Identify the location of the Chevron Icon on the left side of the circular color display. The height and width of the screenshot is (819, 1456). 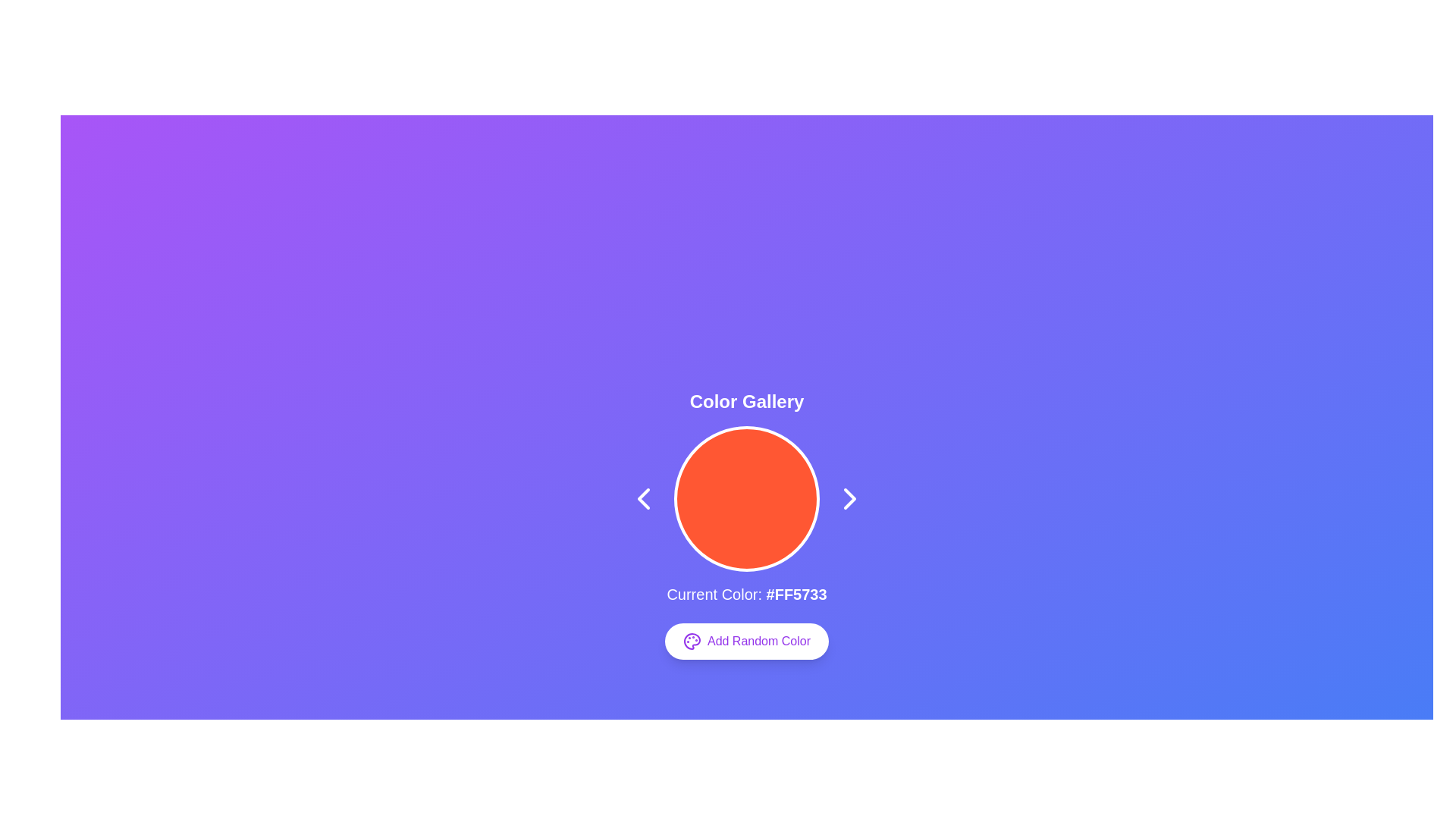
(644, 499).